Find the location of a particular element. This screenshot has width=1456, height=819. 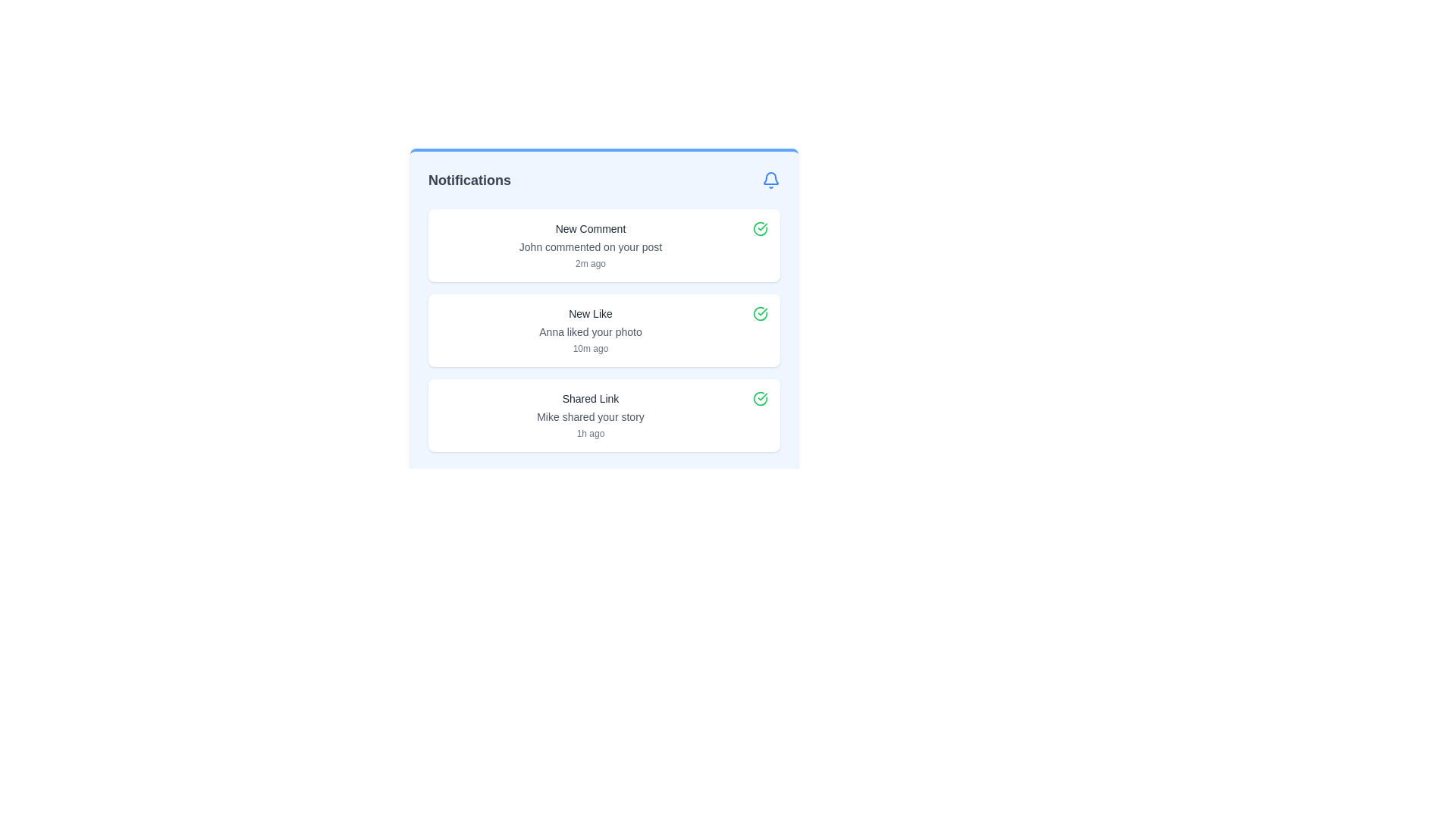

the interactive acknowledgment icon at the bottom-right corner of the 'Shared Link - Mike shared your story - 1h ago' notification card to change its color is located at coordinates (761, 397).